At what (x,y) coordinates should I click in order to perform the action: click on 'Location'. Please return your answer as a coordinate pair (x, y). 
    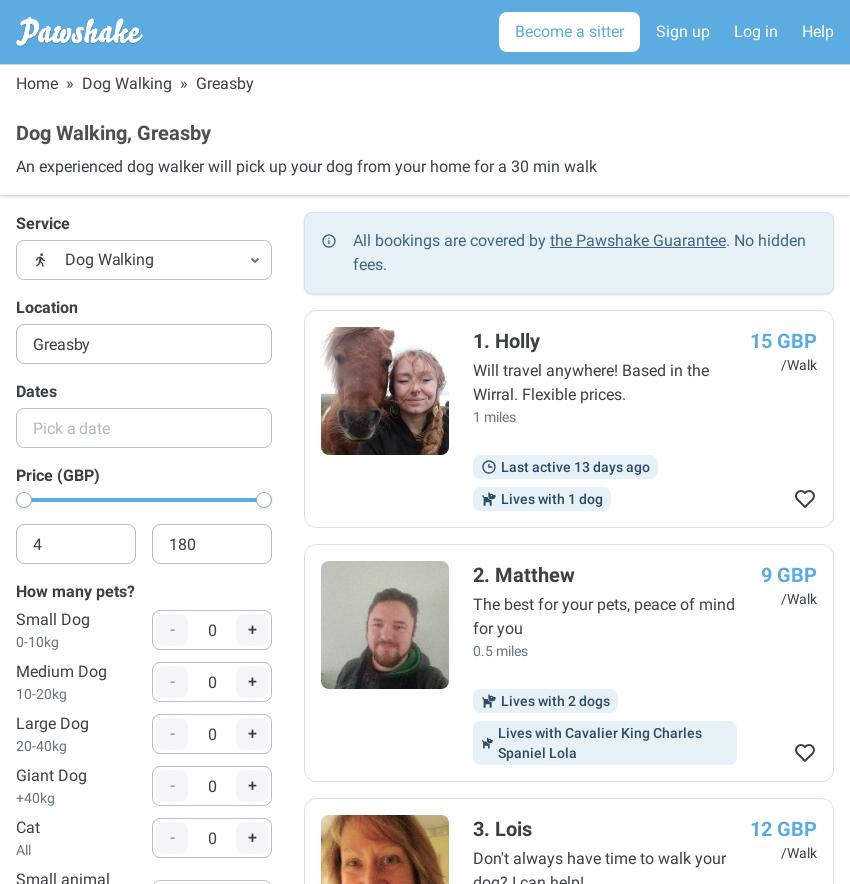
    Looking at the image, I should click on (47, 307).